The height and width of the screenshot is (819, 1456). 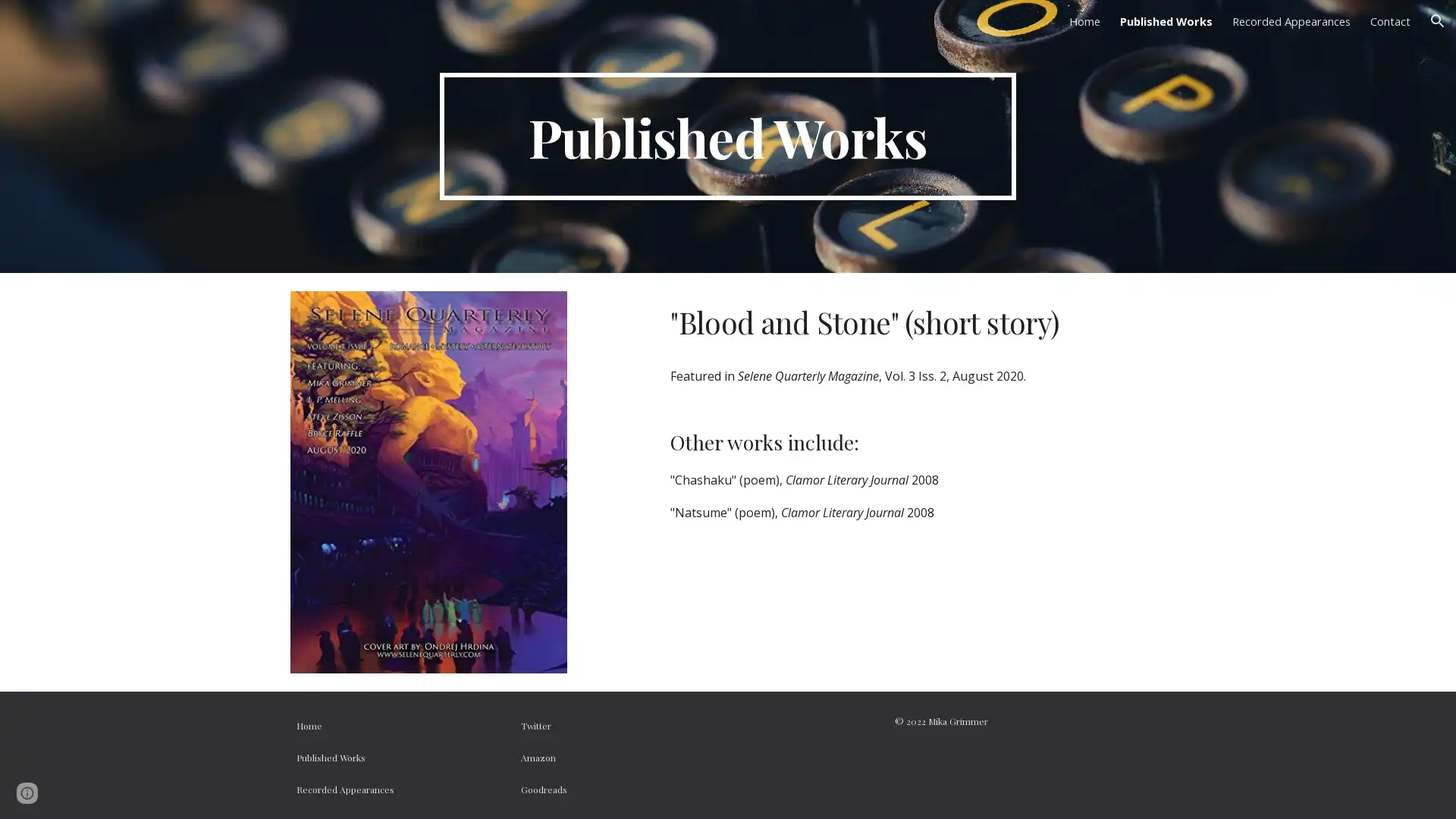 I want to click on Skip to navigation, so click(x=864, y=28).